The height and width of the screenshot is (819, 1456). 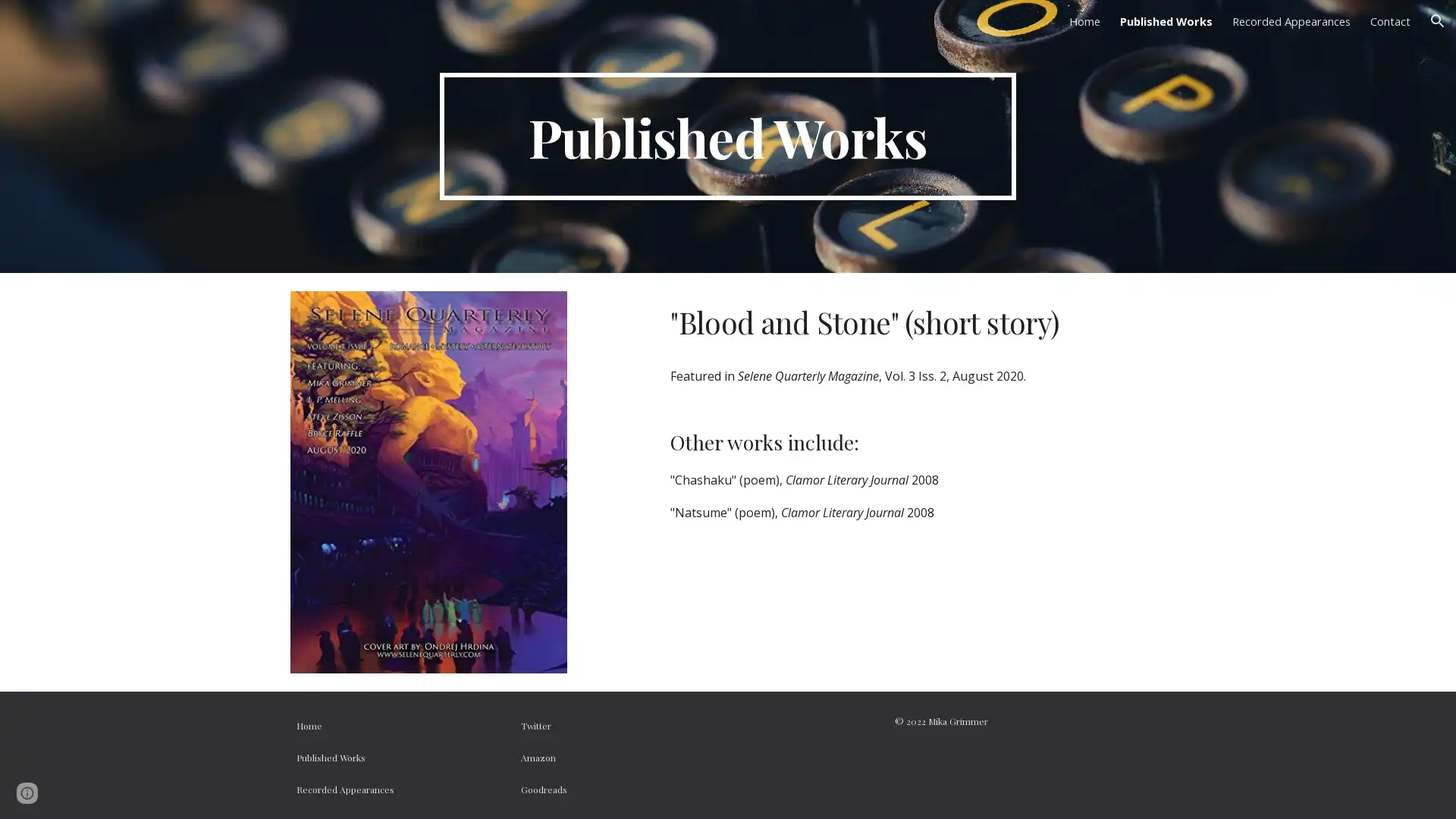 I want to click on Skip to navigation, so click(x=864, y=28).